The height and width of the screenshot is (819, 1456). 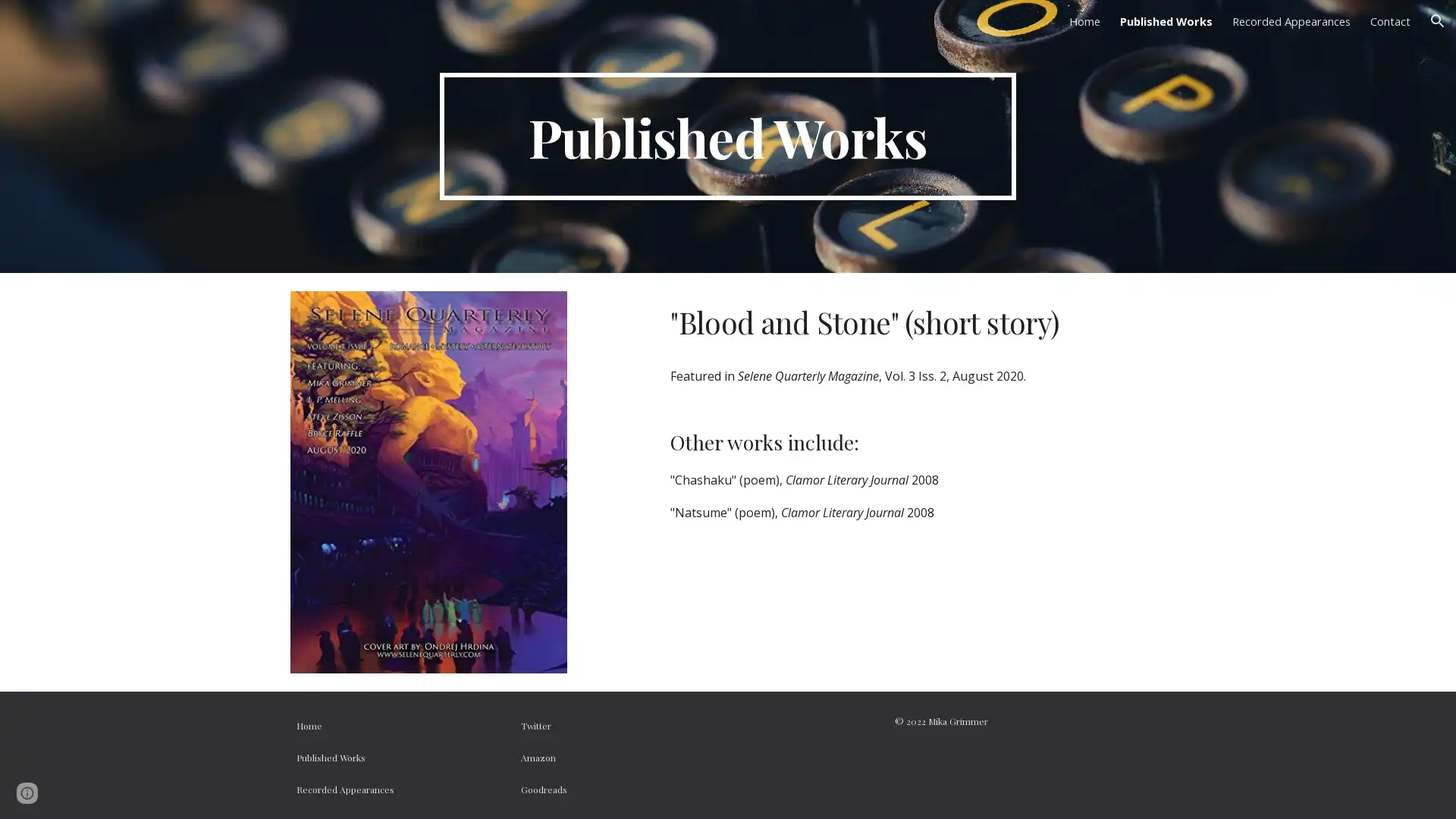 I want to click on Skip to navigation, so click(x=864, y=28).